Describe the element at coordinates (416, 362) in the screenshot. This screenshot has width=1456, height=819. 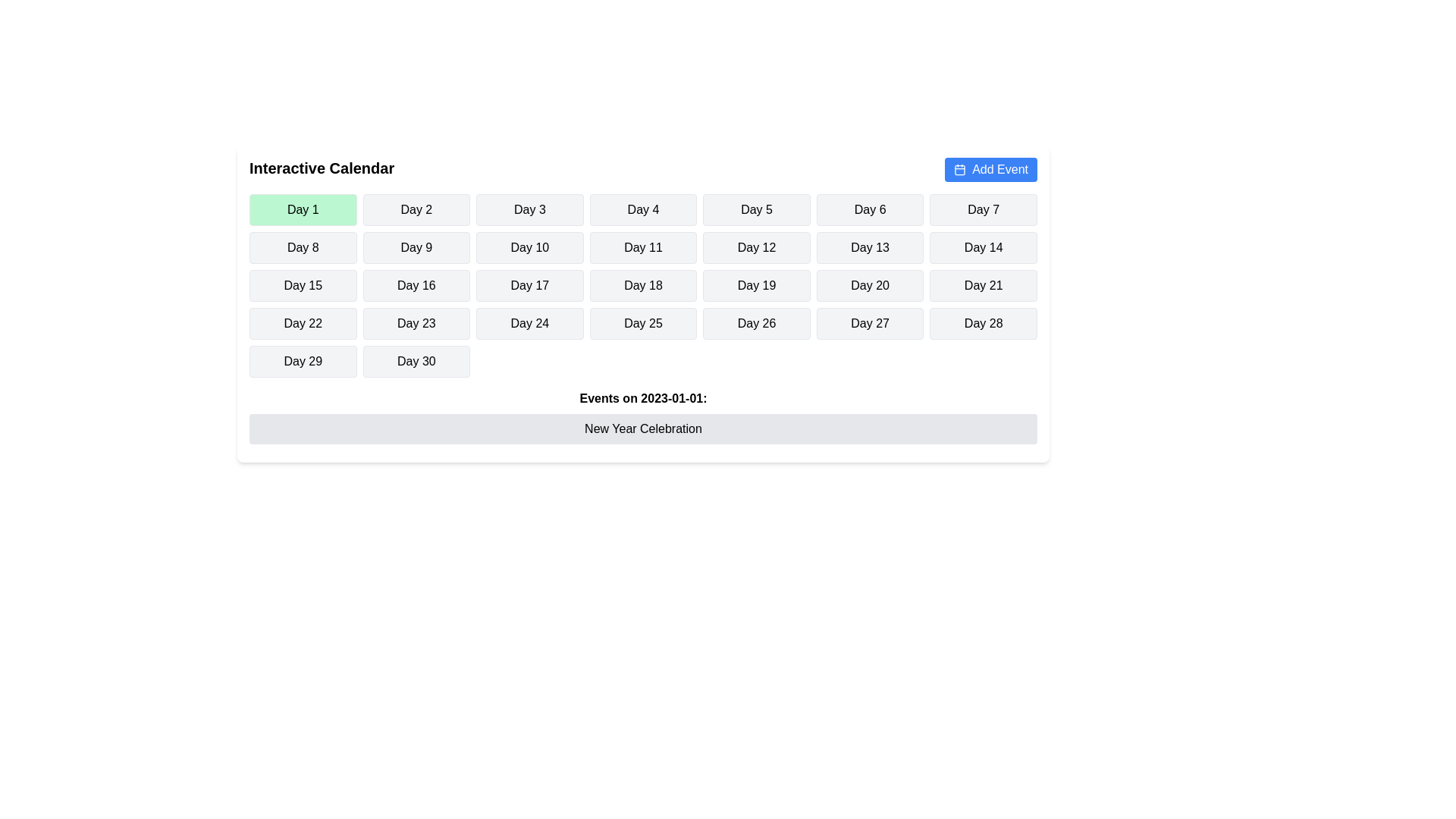
I see `the 'Day 30' button, which is a rectangular button with a light gray background, rounded corners, and black centered text in a sans-serif font, located in the last row of a grid layout` at that location.